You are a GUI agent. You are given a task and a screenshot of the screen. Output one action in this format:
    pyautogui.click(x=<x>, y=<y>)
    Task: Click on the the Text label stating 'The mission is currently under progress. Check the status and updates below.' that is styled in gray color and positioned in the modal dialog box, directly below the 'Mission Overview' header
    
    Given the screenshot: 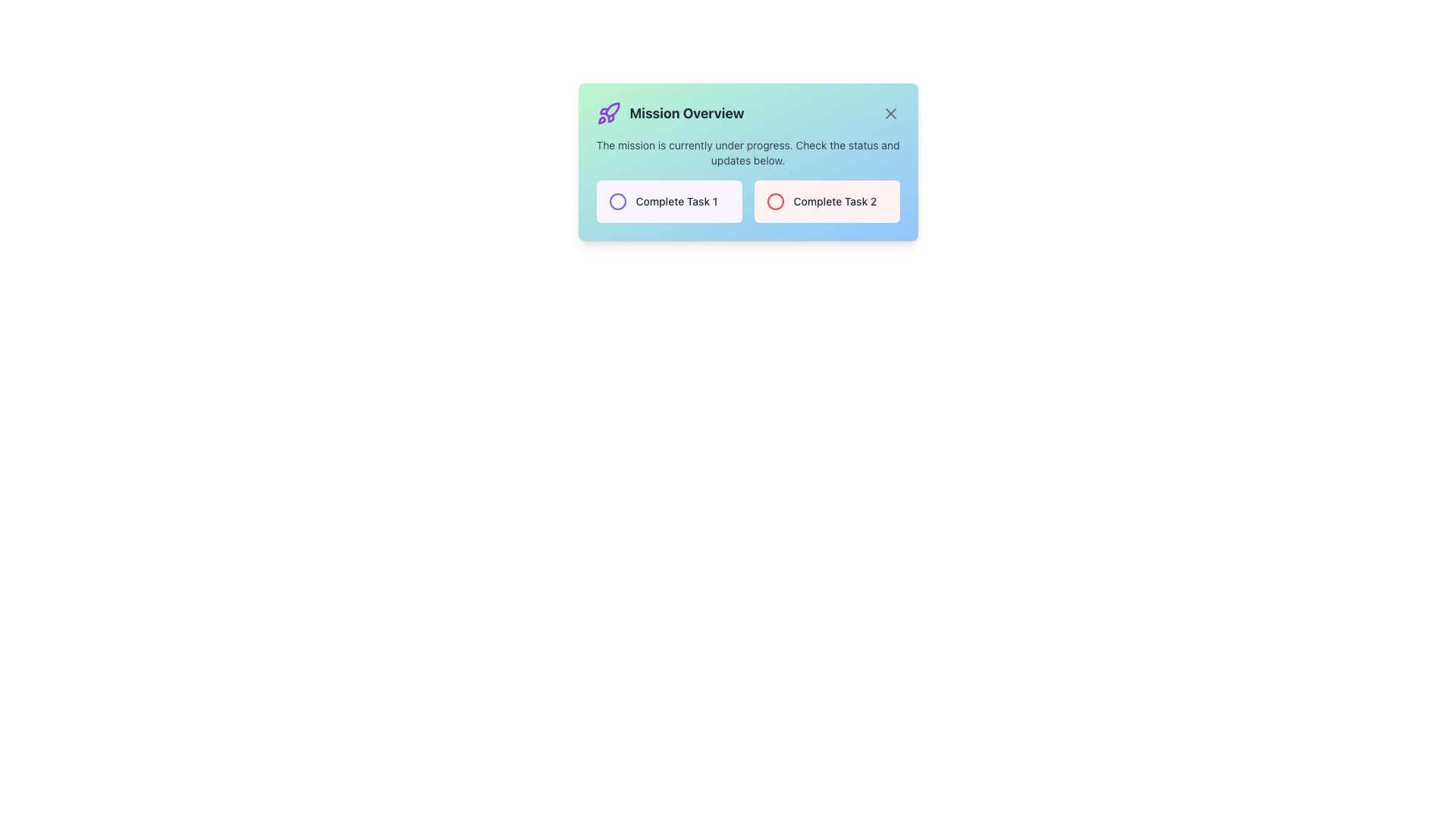 What is the action you would take?
    pyautogui.click(x=748, y=152)
    